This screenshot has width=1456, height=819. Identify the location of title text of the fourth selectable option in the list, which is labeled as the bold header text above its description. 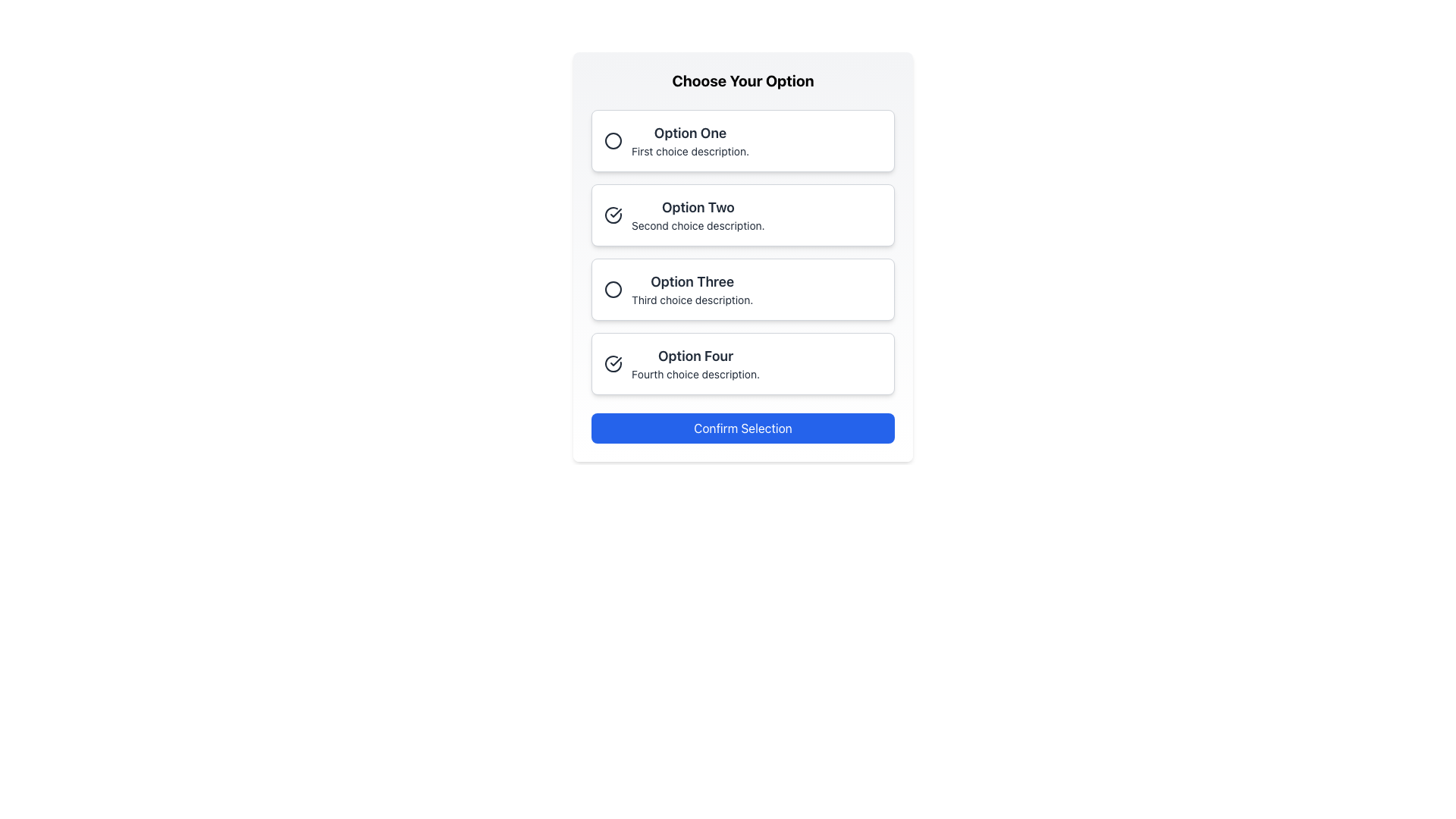
(695, 356).